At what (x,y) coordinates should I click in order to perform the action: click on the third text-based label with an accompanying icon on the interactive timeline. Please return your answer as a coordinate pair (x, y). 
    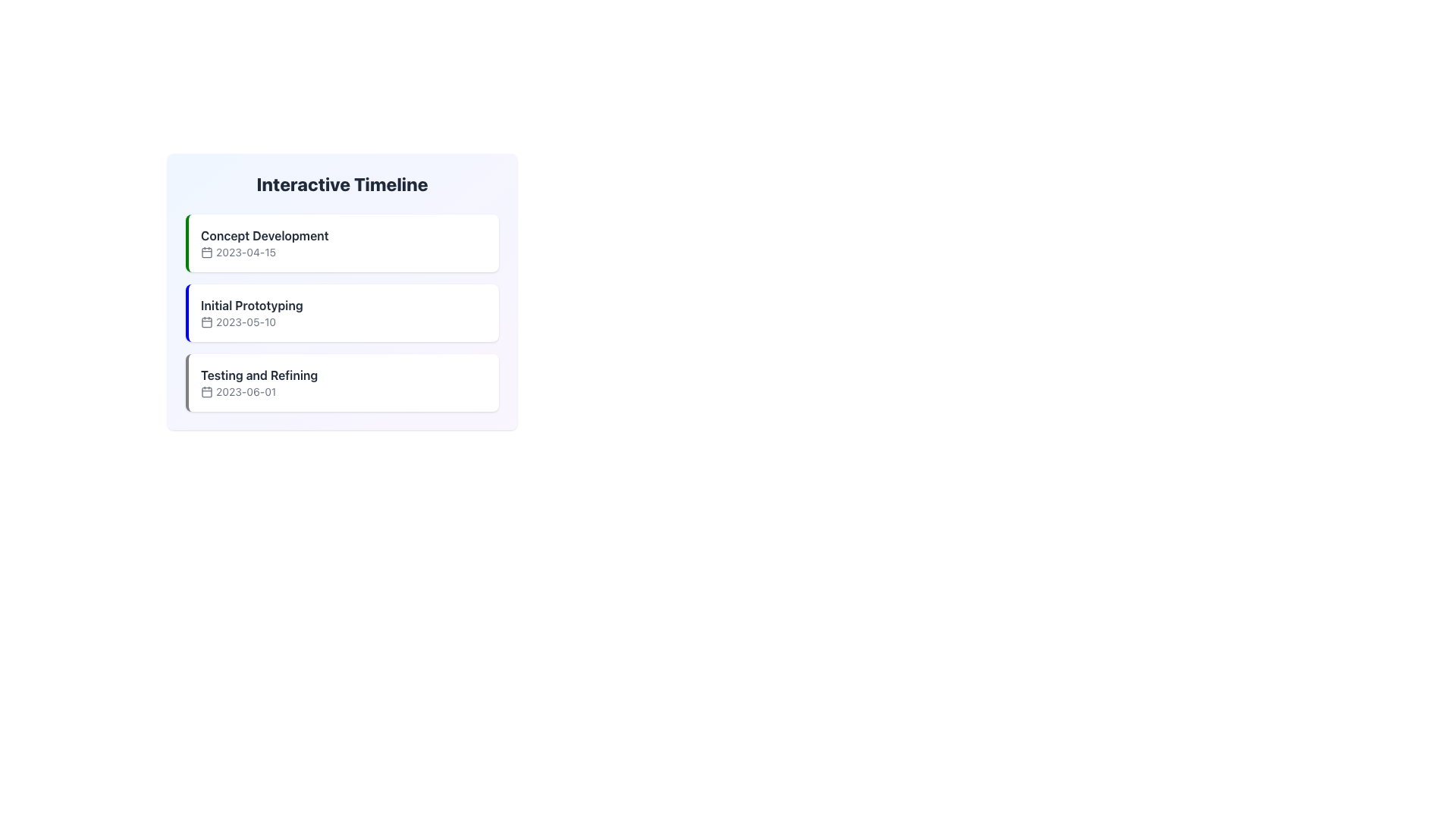
    Looking at the image, I should click on (259, 382).